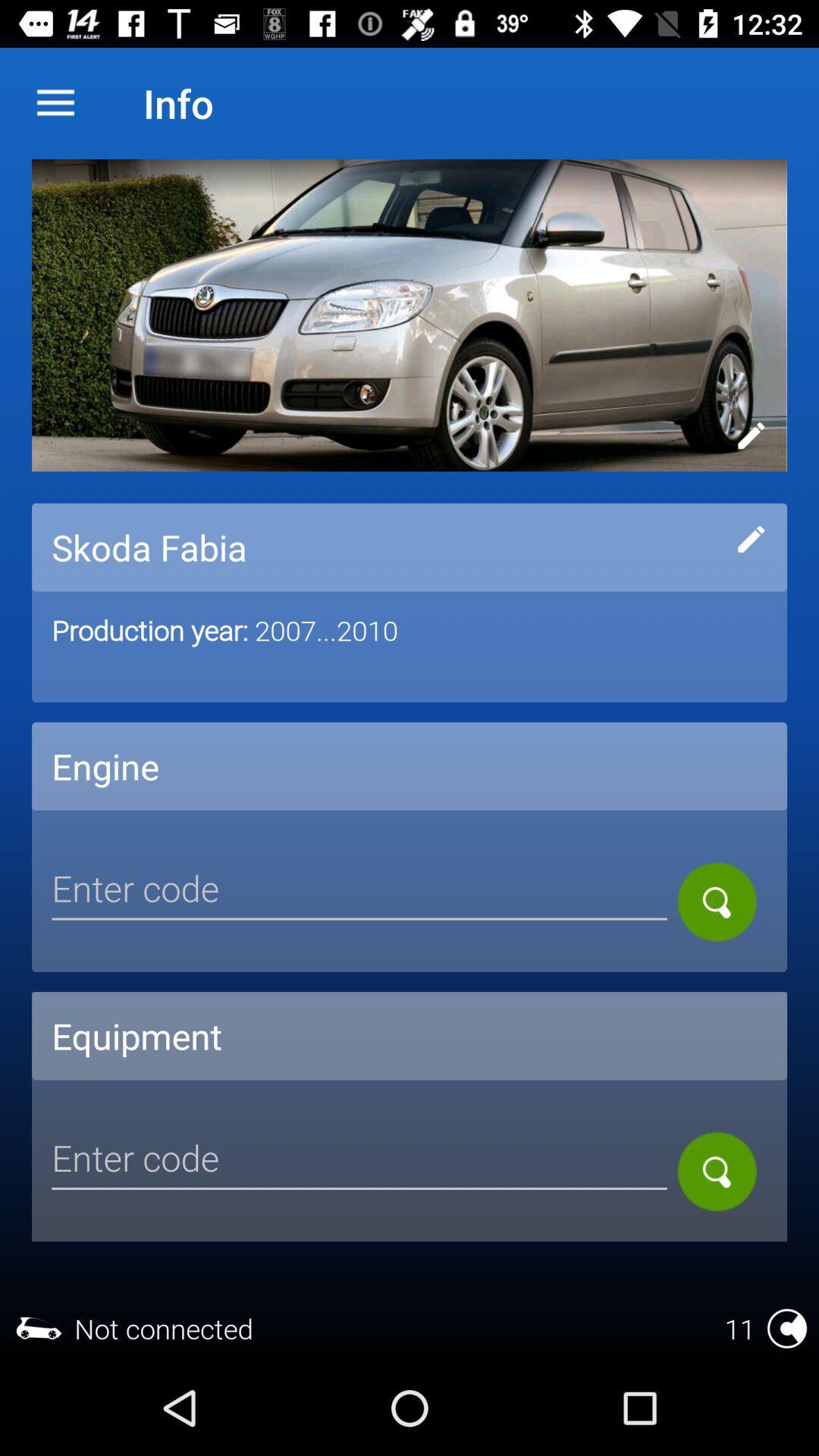 The height and width of the screenshot is (1456, 819). I want to click on zoom in, so click(717, 902).